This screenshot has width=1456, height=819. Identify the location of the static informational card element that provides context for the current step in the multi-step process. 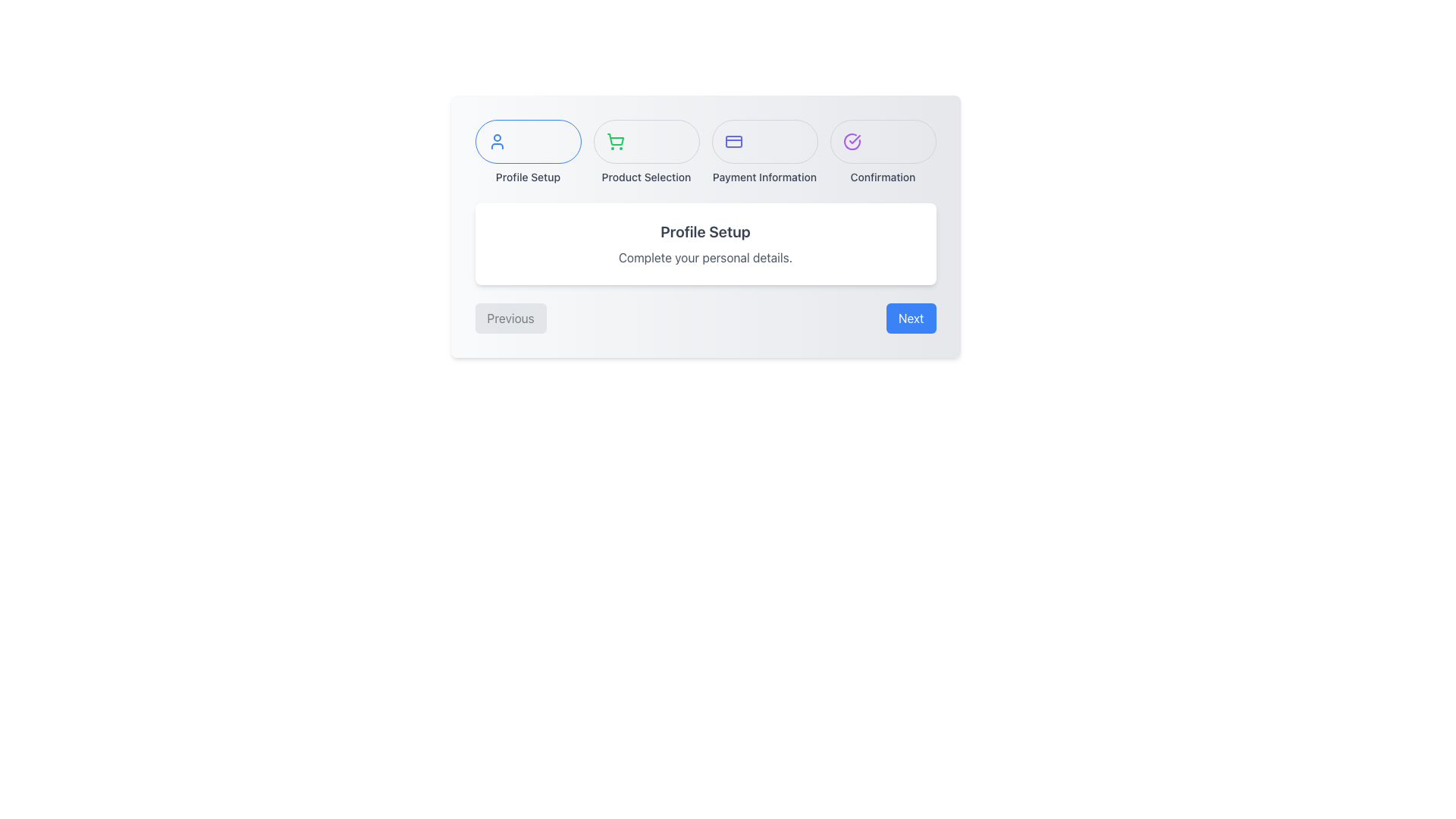
(704, 243).